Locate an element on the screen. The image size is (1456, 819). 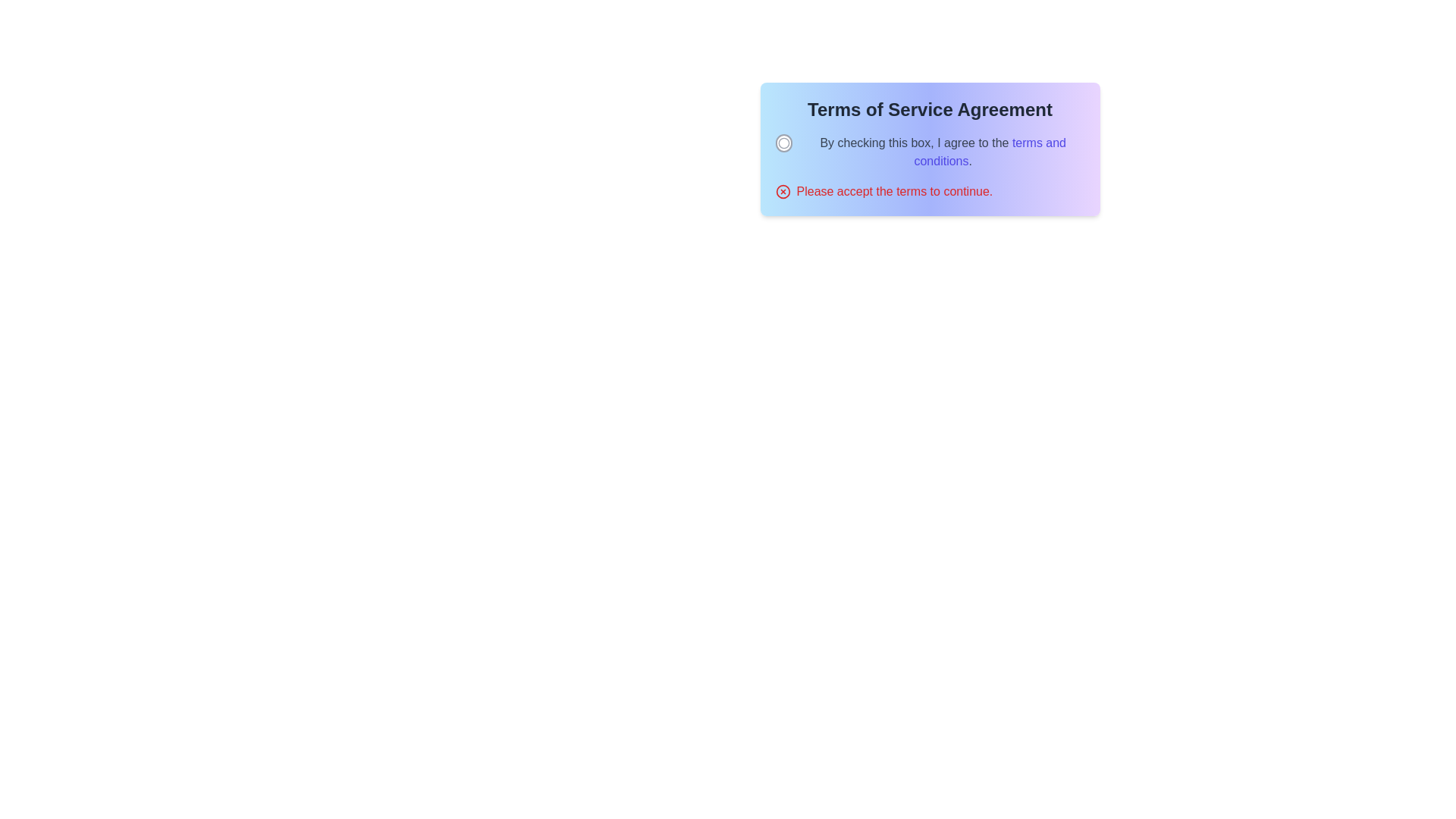
the checkbox is located at coordinates (929, 152).